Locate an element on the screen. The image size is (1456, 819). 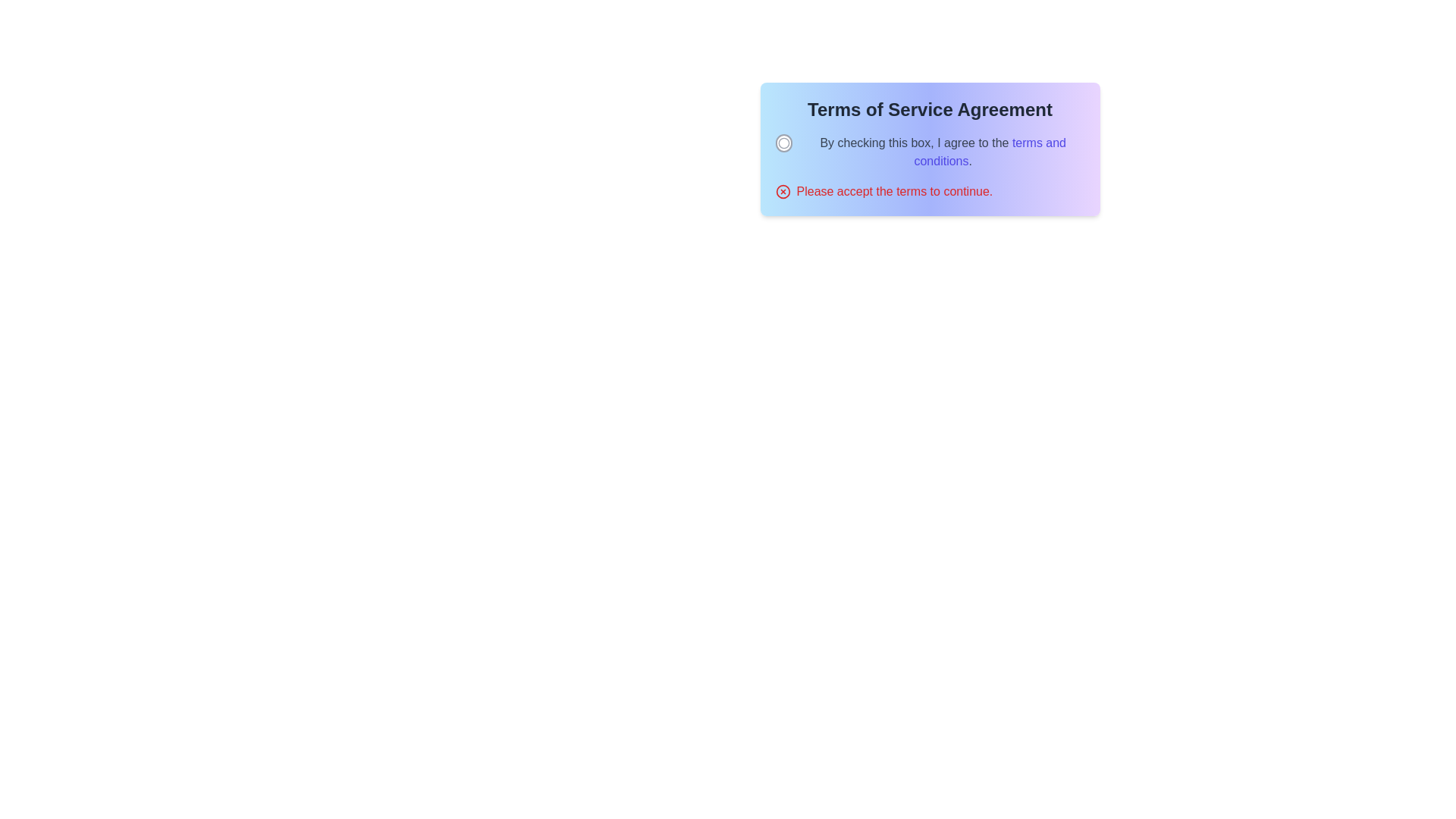
the checkbox is located at coordinates (929, 152).